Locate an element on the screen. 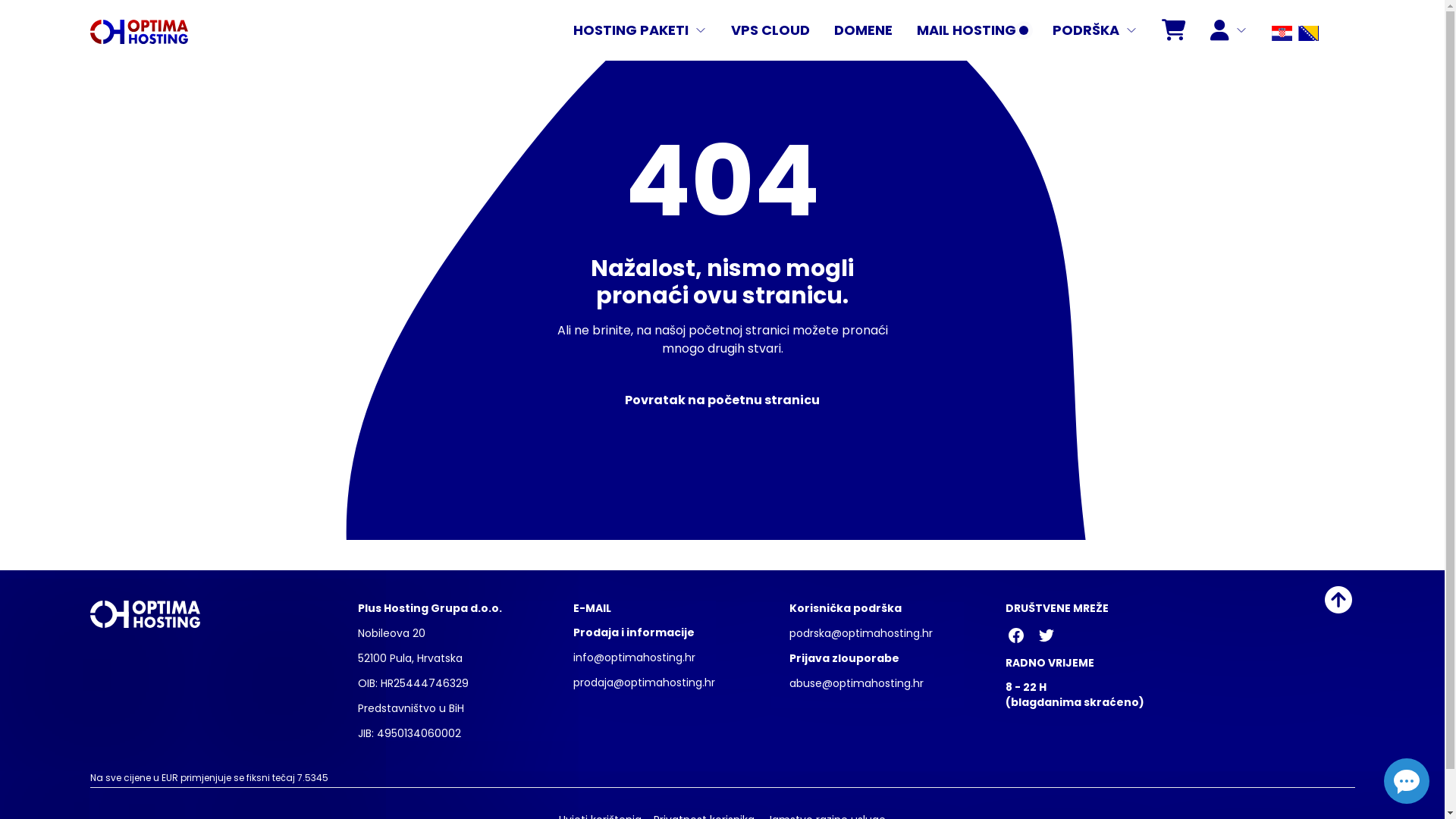 The height and width of the screenshot is (819, 1456). 'info@optimahosting.hr' is located at coordinates (634, 657).